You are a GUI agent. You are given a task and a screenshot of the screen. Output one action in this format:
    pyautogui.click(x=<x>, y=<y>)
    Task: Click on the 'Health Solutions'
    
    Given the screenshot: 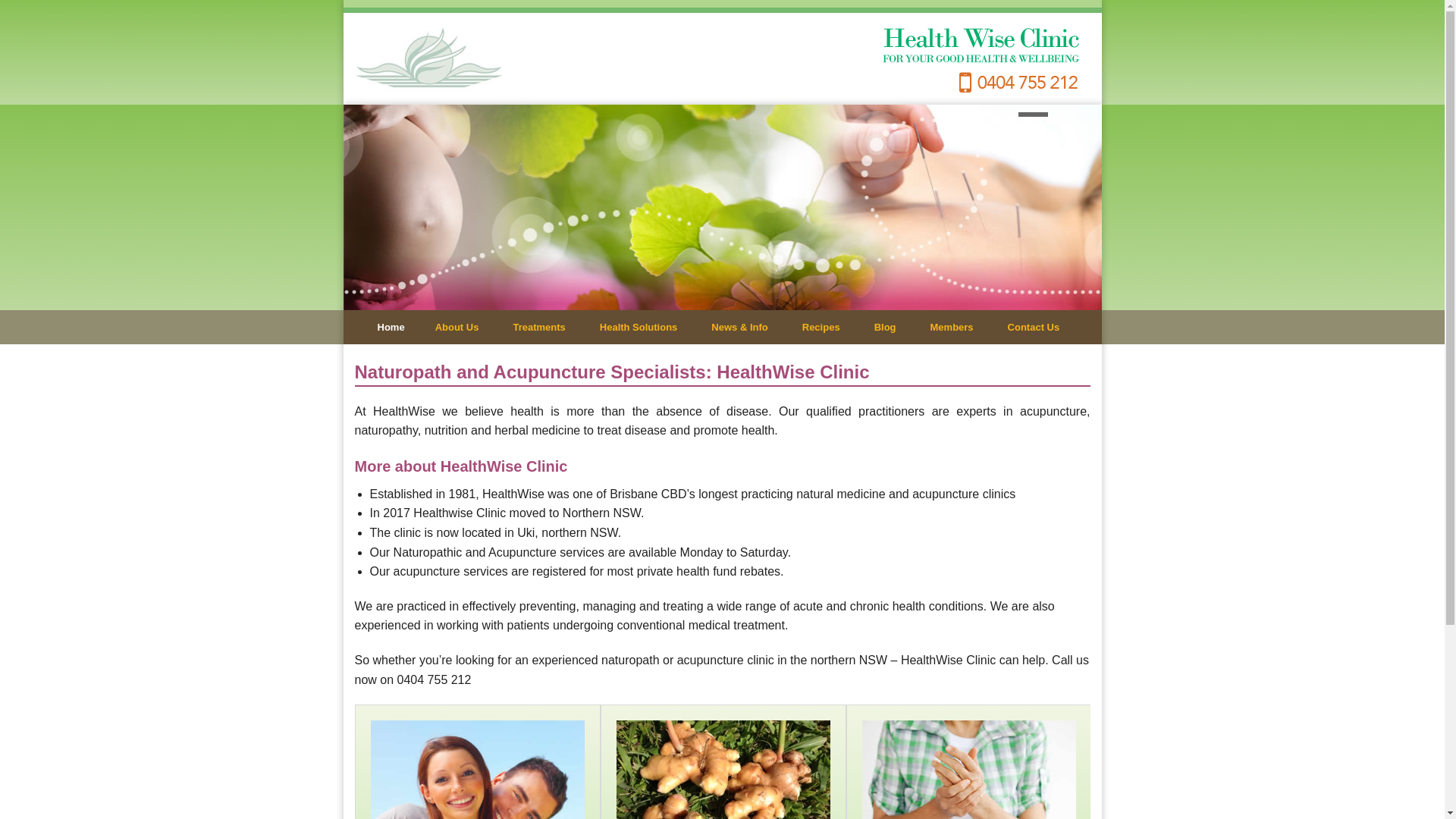 What is the action you would take?
    pyautogui.click(x=588, y=326)
    